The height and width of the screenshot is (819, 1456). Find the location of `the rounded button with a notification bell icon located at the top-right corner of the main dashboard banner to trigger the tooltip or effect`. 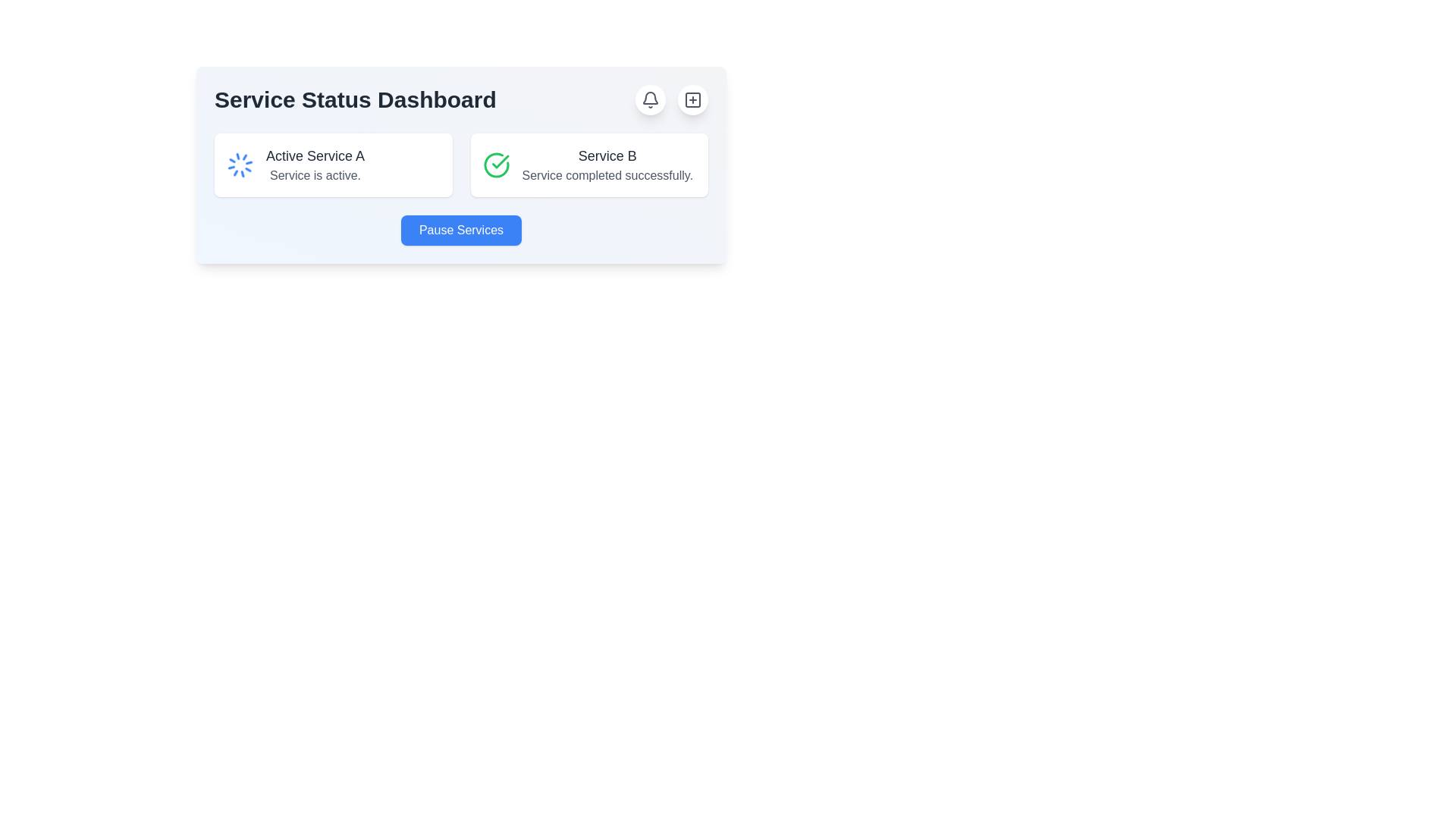

the rounded button with a notification bell icon located at the top-right corner of the main dashboard banner to trigger the tooltip or effect is located at coordinates (651, 99).